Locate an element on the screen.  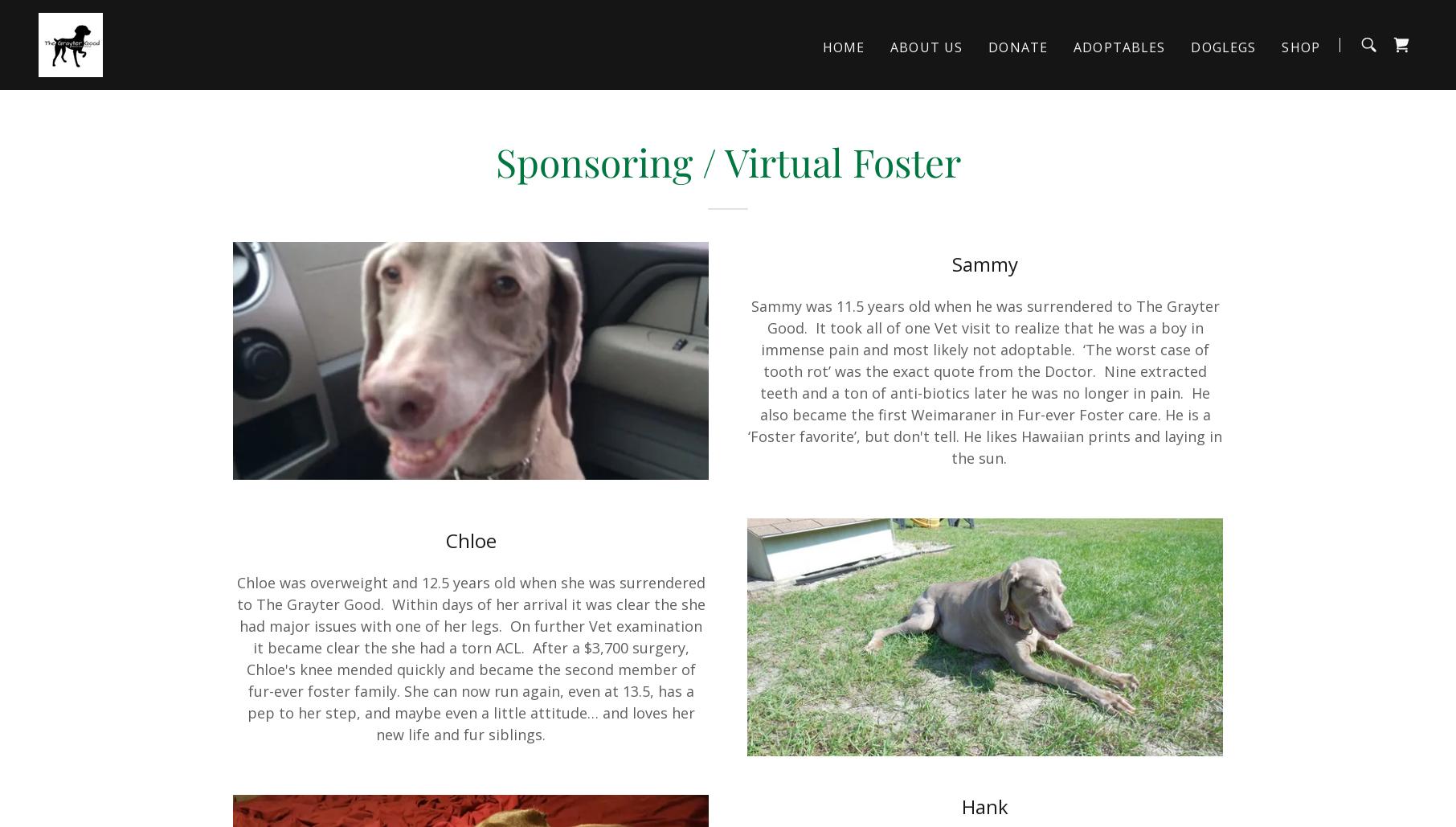
'Home' is located at coordinates (842, 47).